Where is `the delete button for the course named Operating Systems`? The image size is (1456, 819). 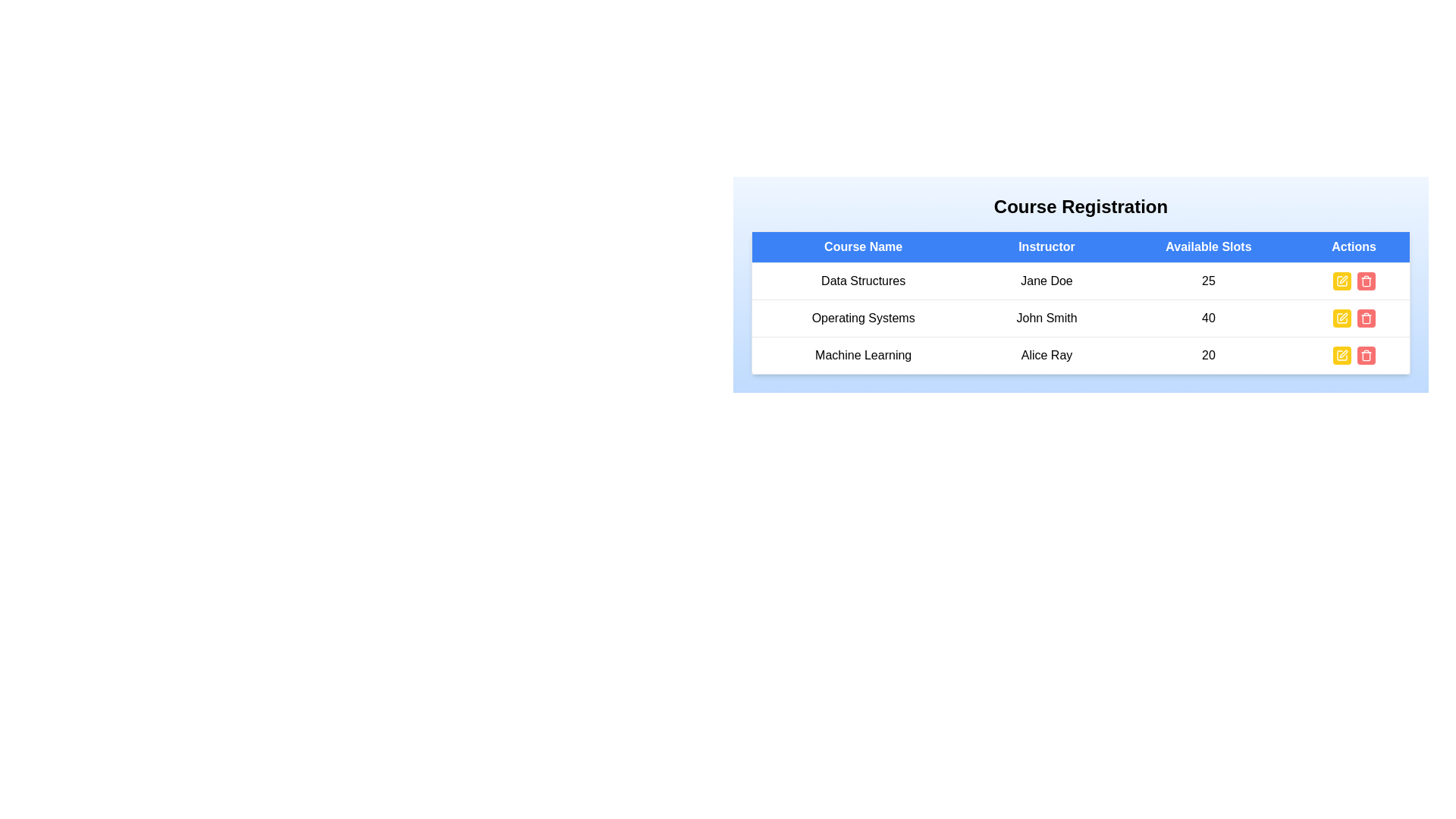
the delete button for the course named Operating Systems is located at coordinates (1366, 318).